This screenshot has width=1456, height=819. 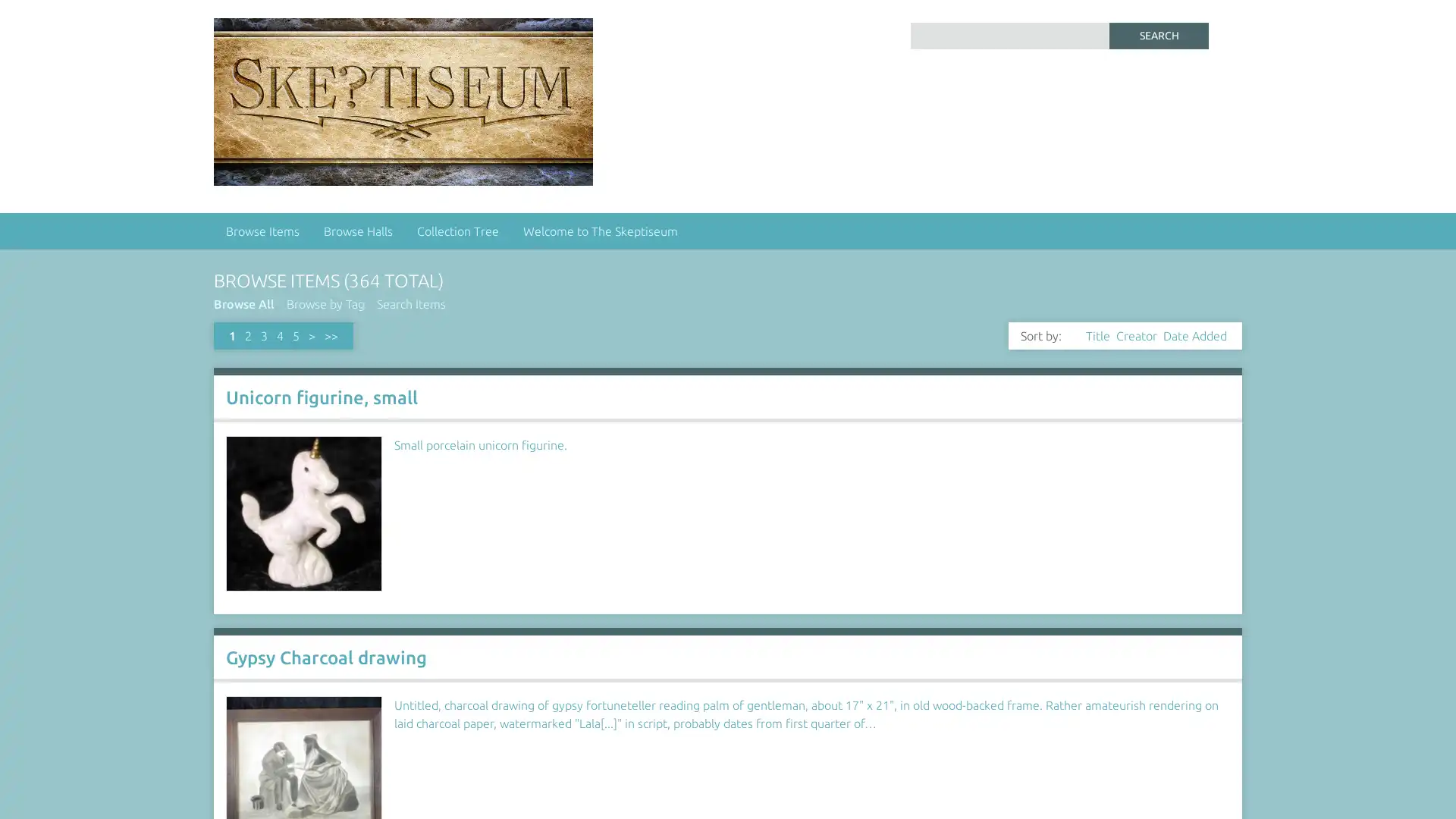 I want to click on Search, so click(x=1157, y=35).